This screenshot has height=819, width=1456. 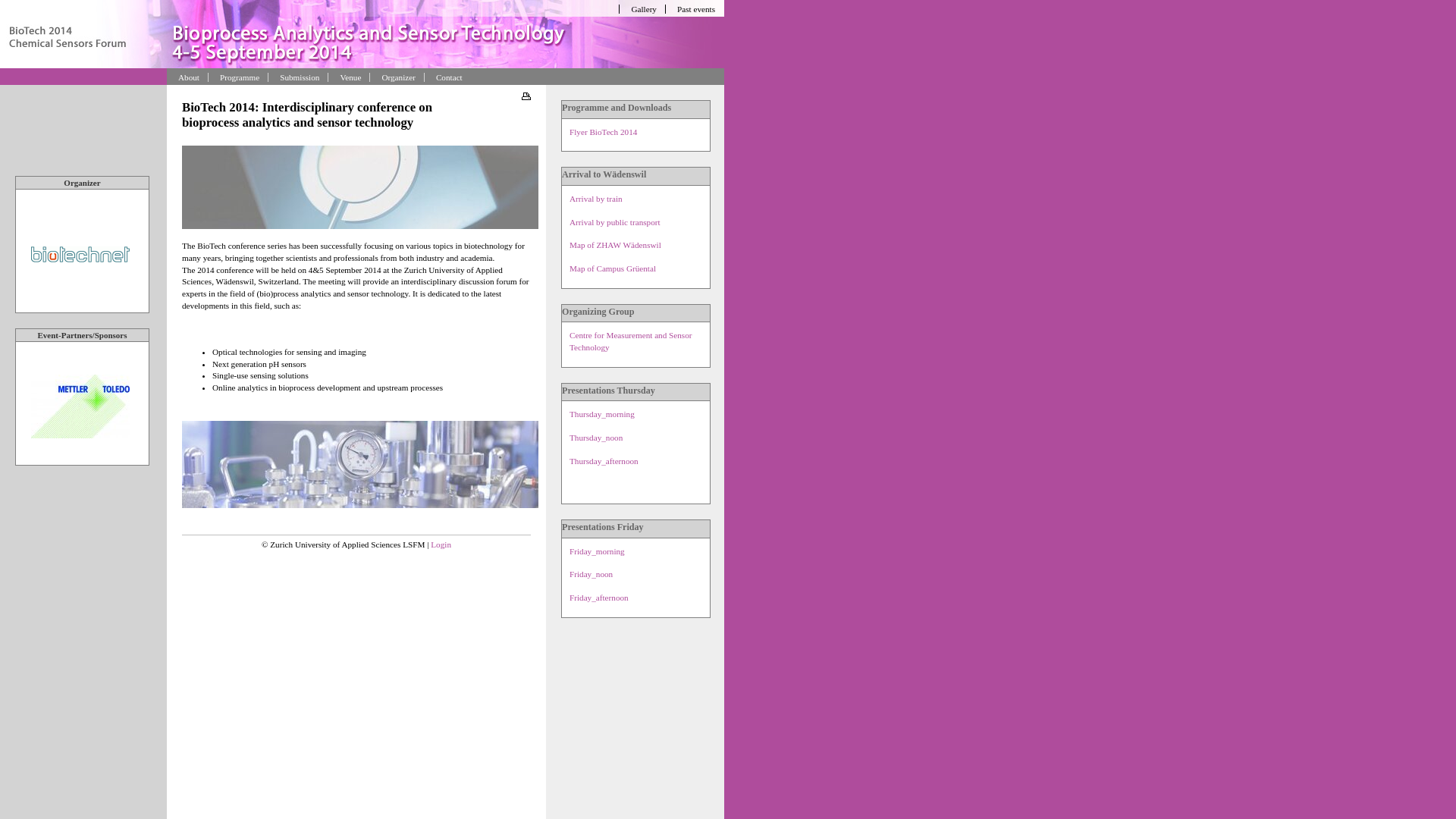 I want to click on 'Centre for Measurement and Sensor Technology', so click(x=630, y=341).